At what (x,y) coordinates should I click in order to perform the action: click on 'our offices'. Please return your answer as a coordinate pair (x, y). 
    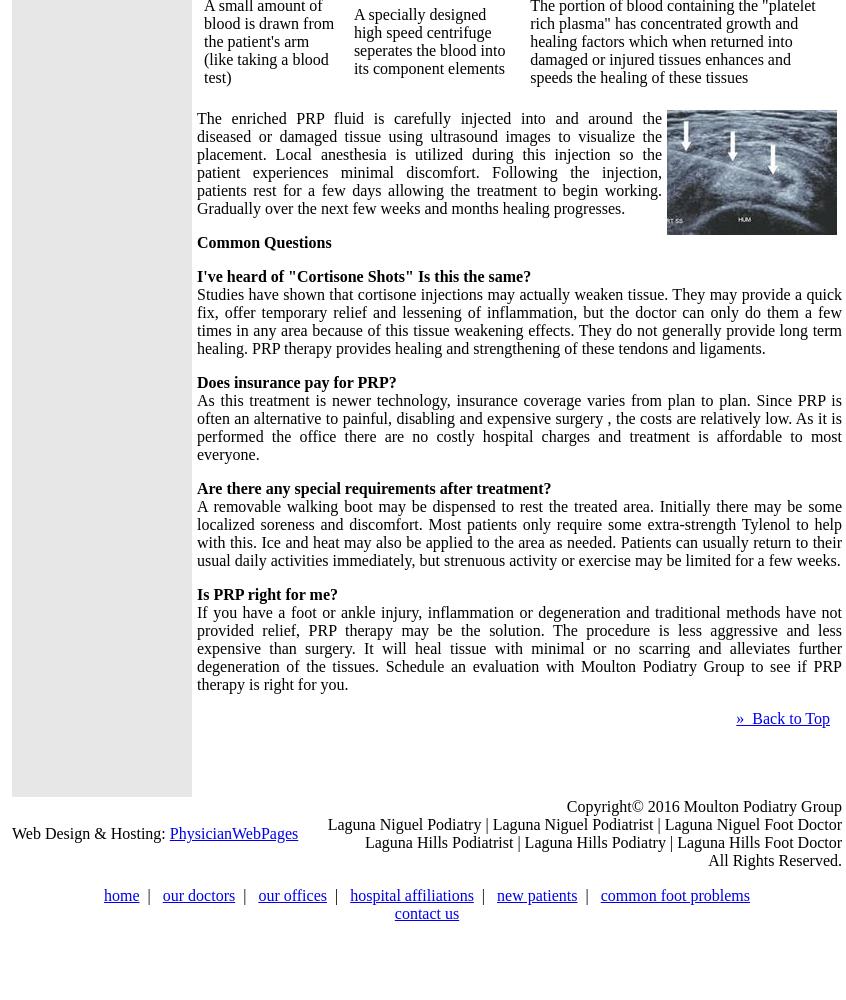
    Looking at the image, I should click on (291, 895).